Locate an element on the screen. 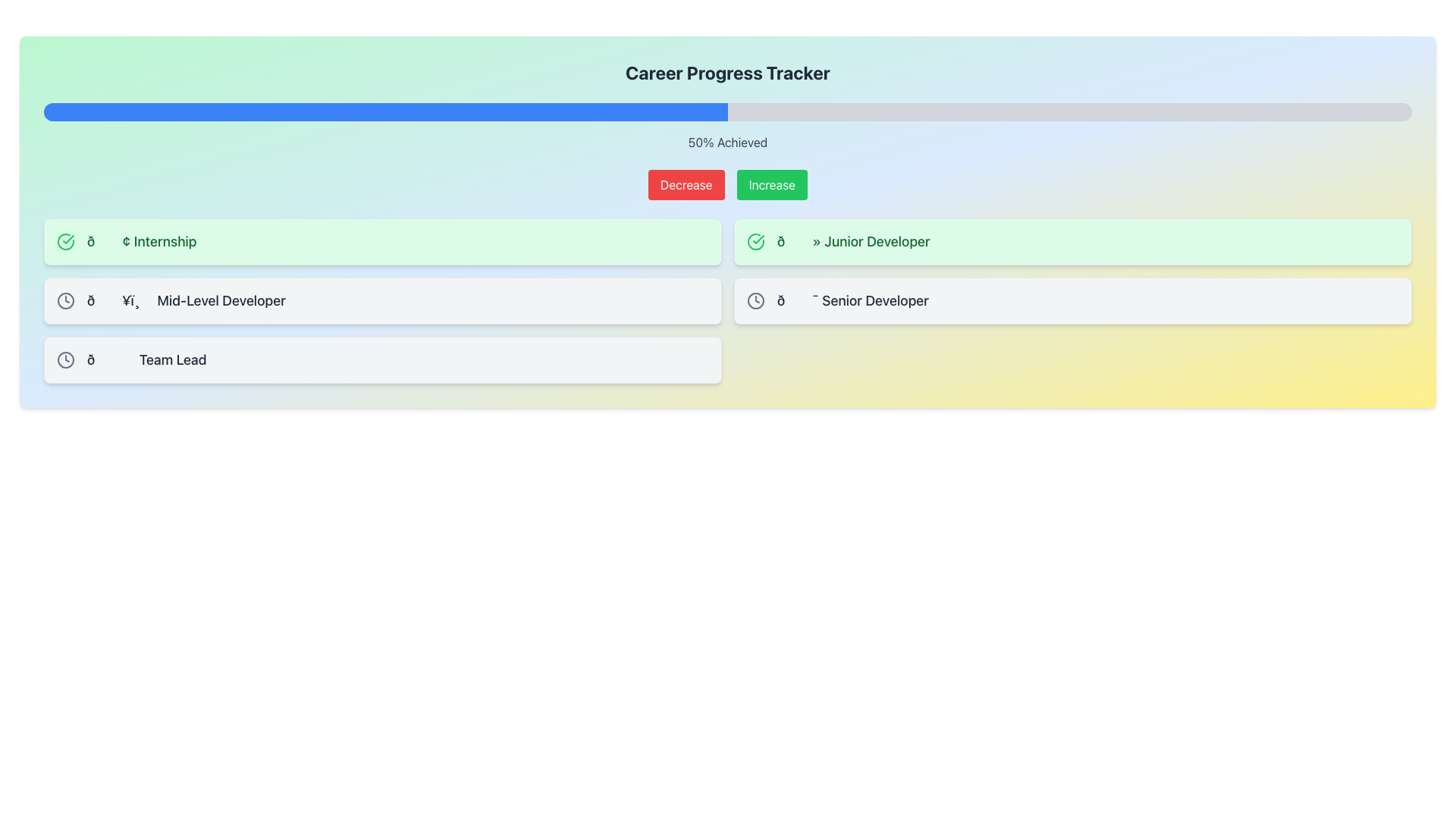  the text element reading '🏢 Internship' located in the upper part of a green-highlighted box is located at coordinates (142, 241).